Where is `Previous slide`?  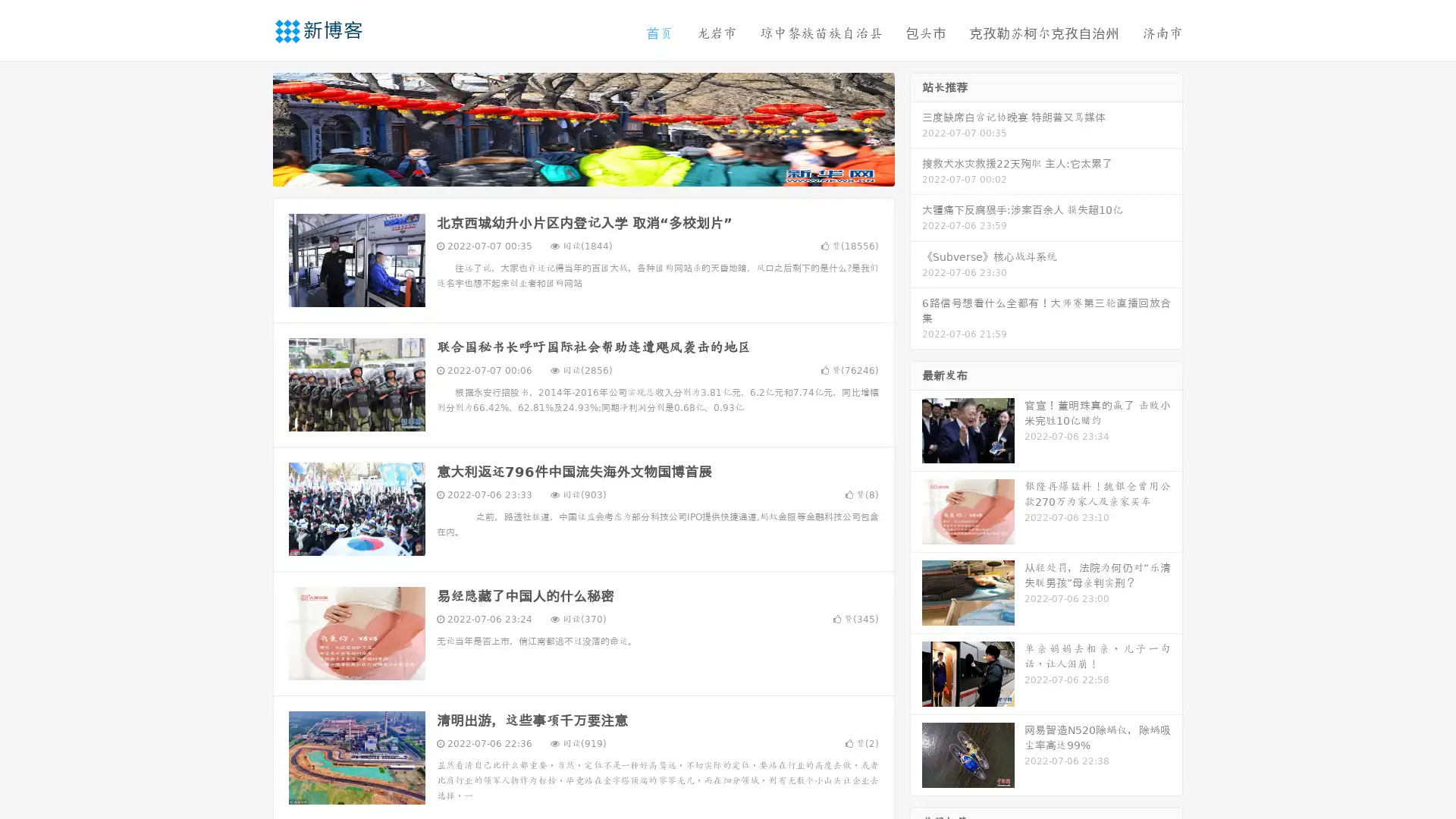 Previous slide is located at coordinates (250, 127).